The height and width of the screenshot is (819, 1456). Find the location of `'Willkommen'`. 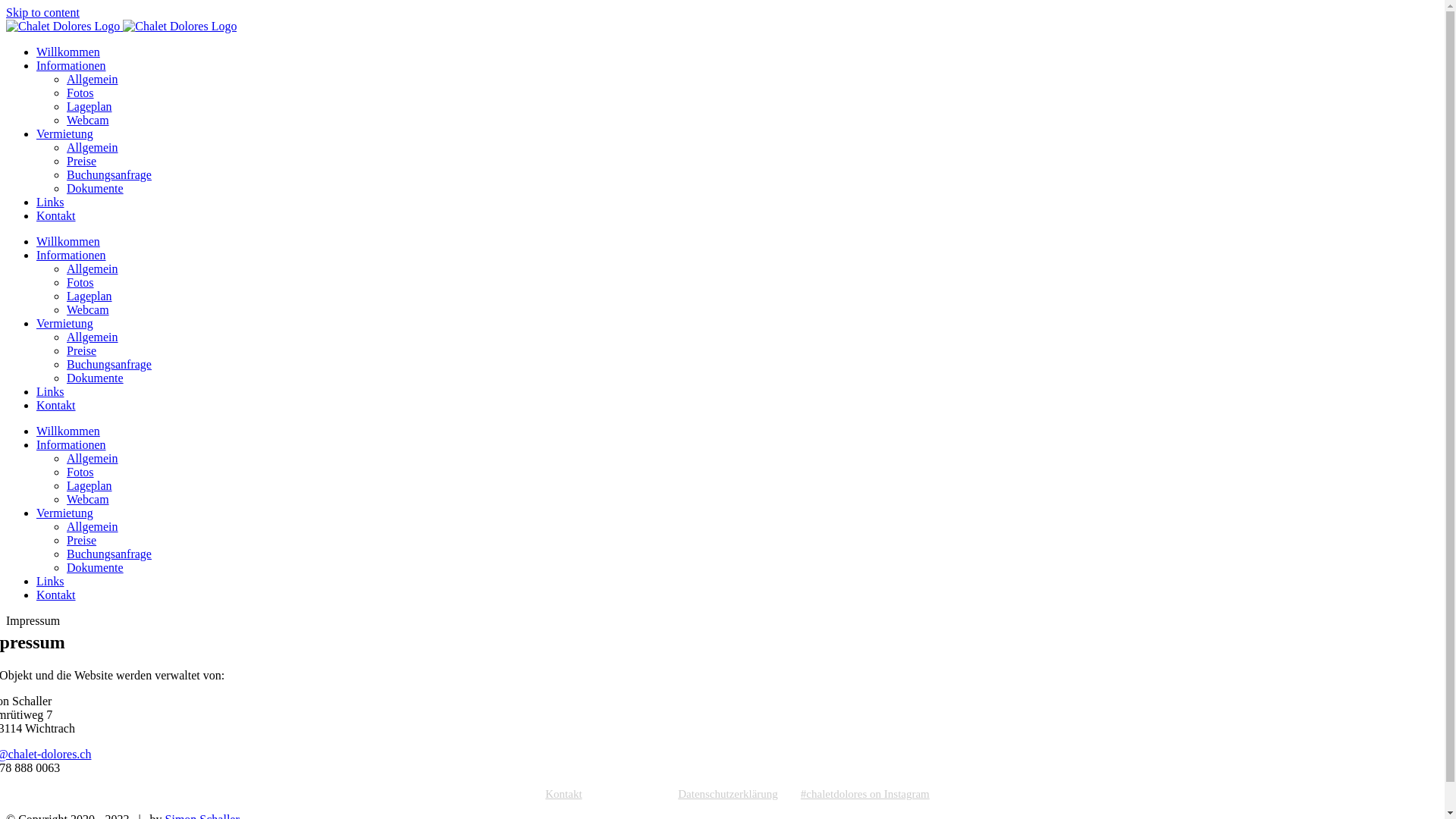

'Willkommen' is located at coordinates (36, 431).